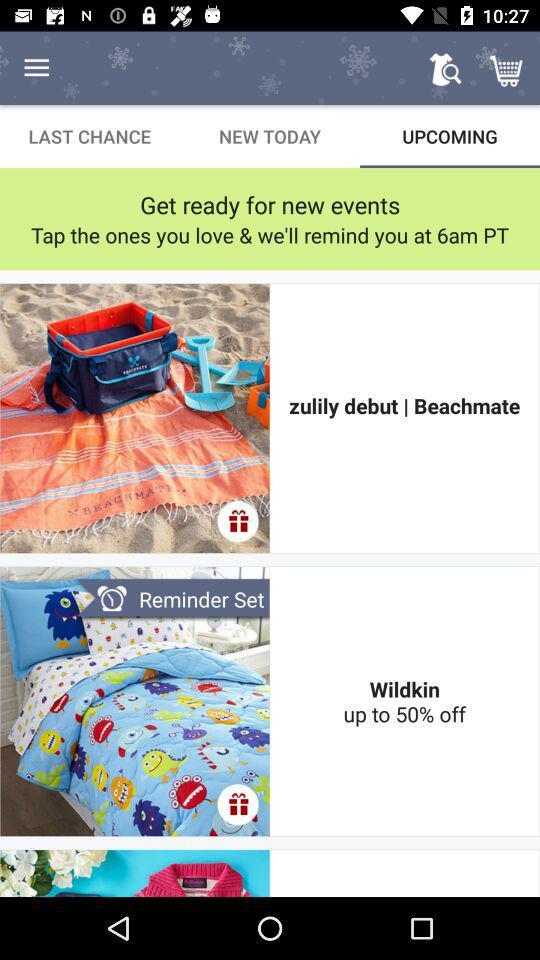  I want to click on the little lovely layered, so click(404, 872).